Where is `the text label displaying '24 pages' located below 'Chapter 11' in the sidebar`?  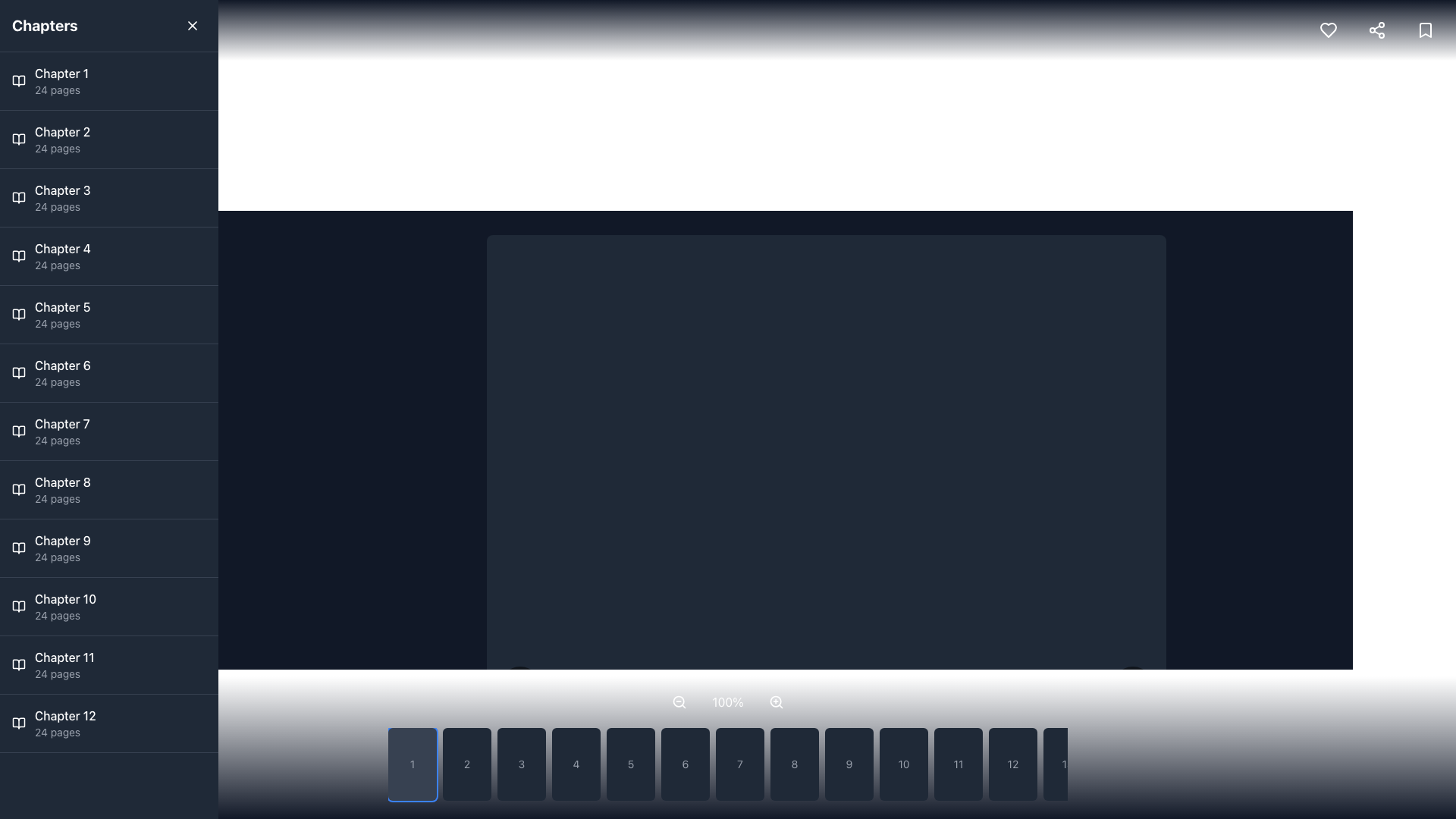
the text label displaying '24 pages' located below 'Chapter 11' in the sidebar is located at coordinates (64, 673).